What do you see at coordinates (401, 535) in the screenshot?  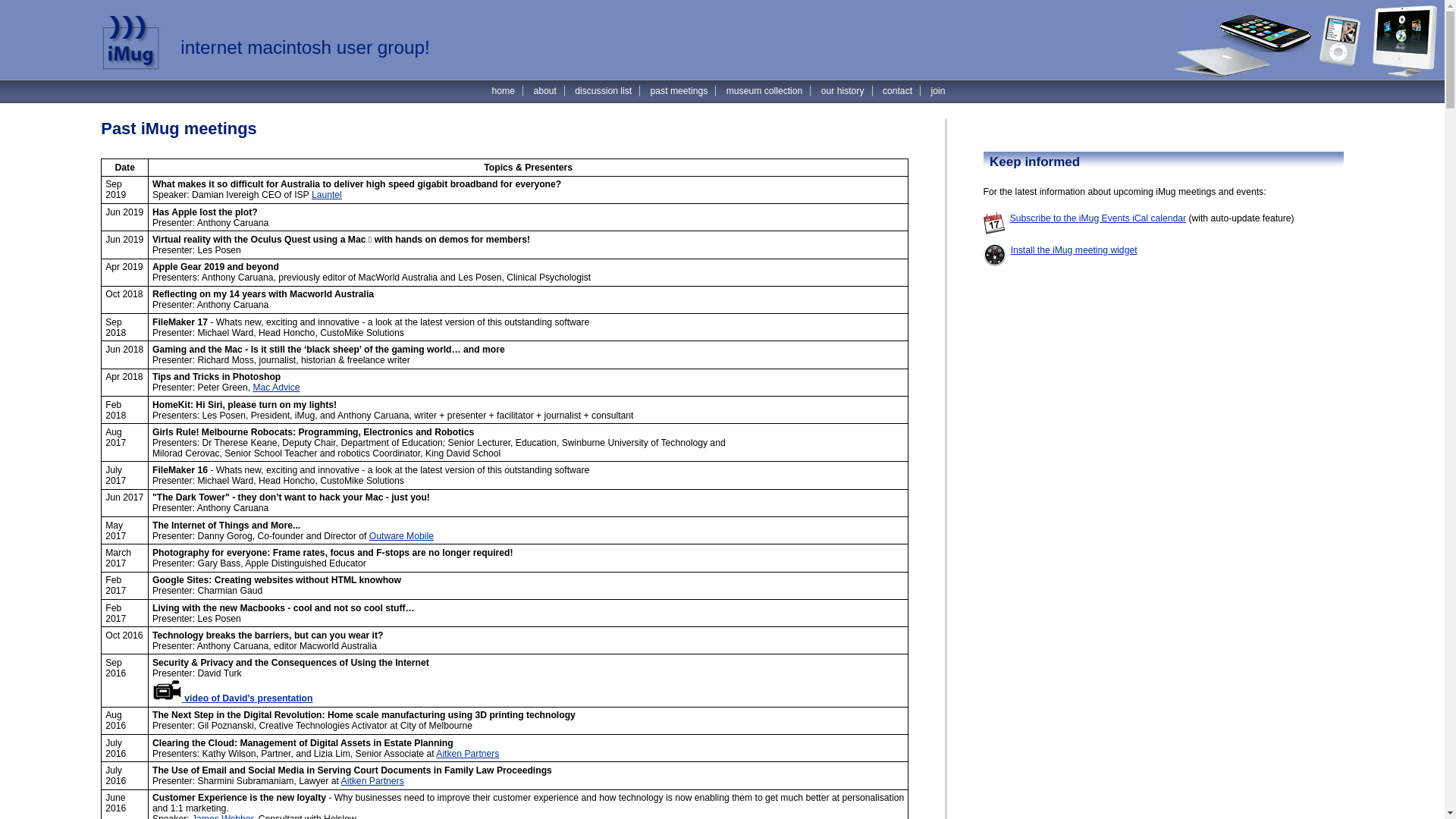 I see `'Outware Mobile'` at bounding box center [401, 535].